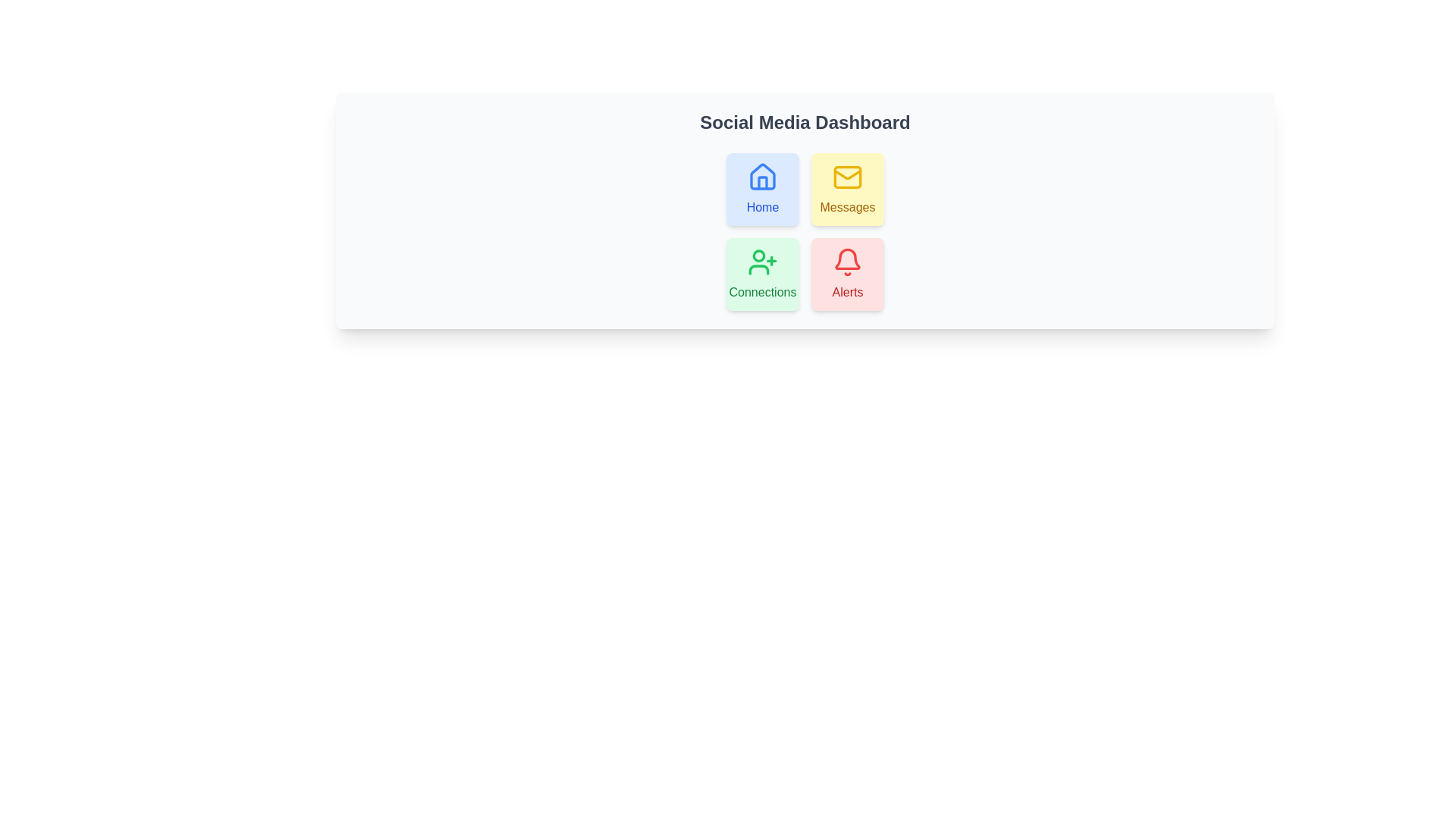 This screenshot has height=819, width=1456. Describe the element at coordinates (847, 177) in the screenshot. I see `the yellow-themed message icon component, which is styled with a yellow background and black outlines, located within the envelope illustration in the Social Media Dashboard` at that location.